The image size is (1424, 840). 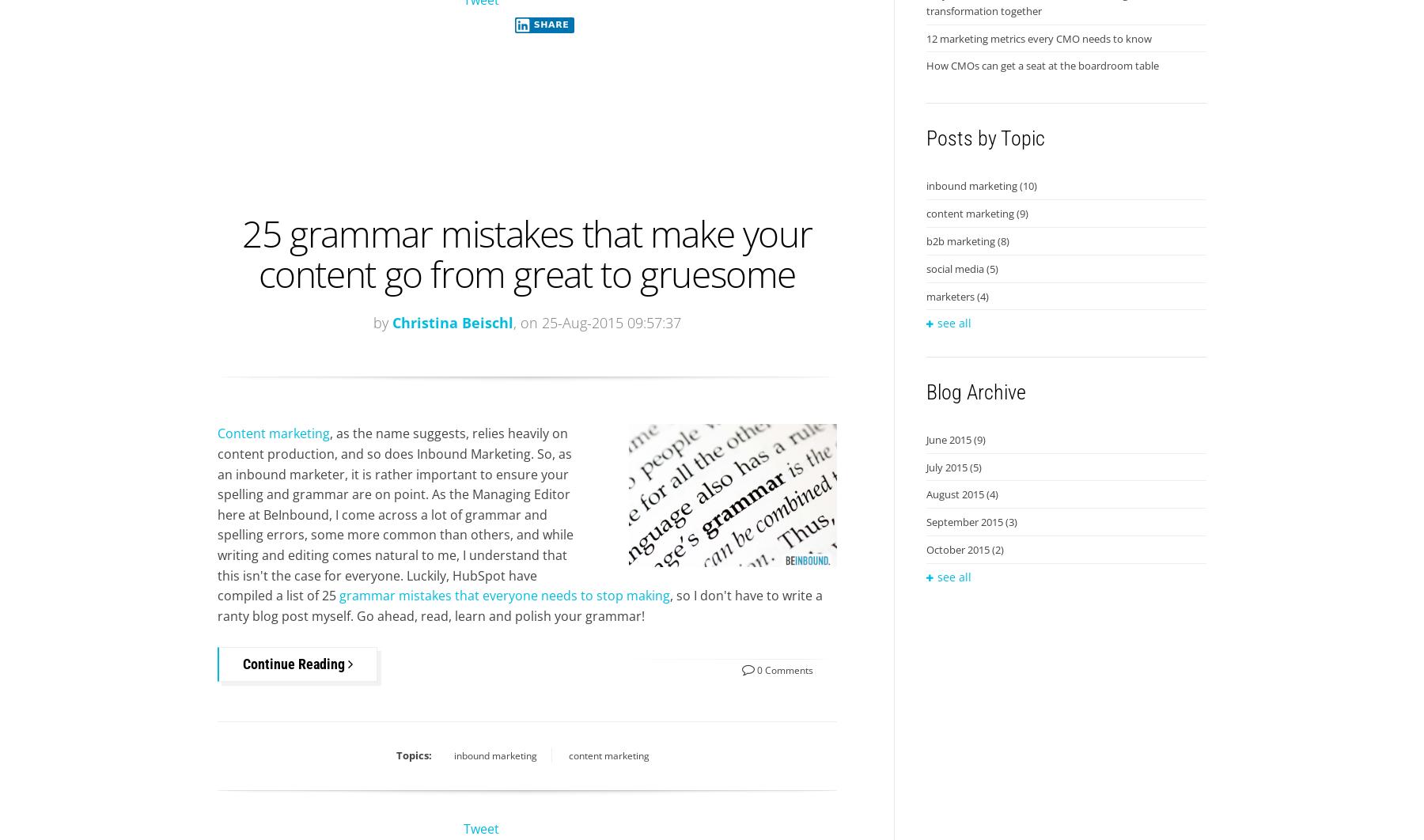 I want to click on 'Continue Reading', so click(x=295, y=663).